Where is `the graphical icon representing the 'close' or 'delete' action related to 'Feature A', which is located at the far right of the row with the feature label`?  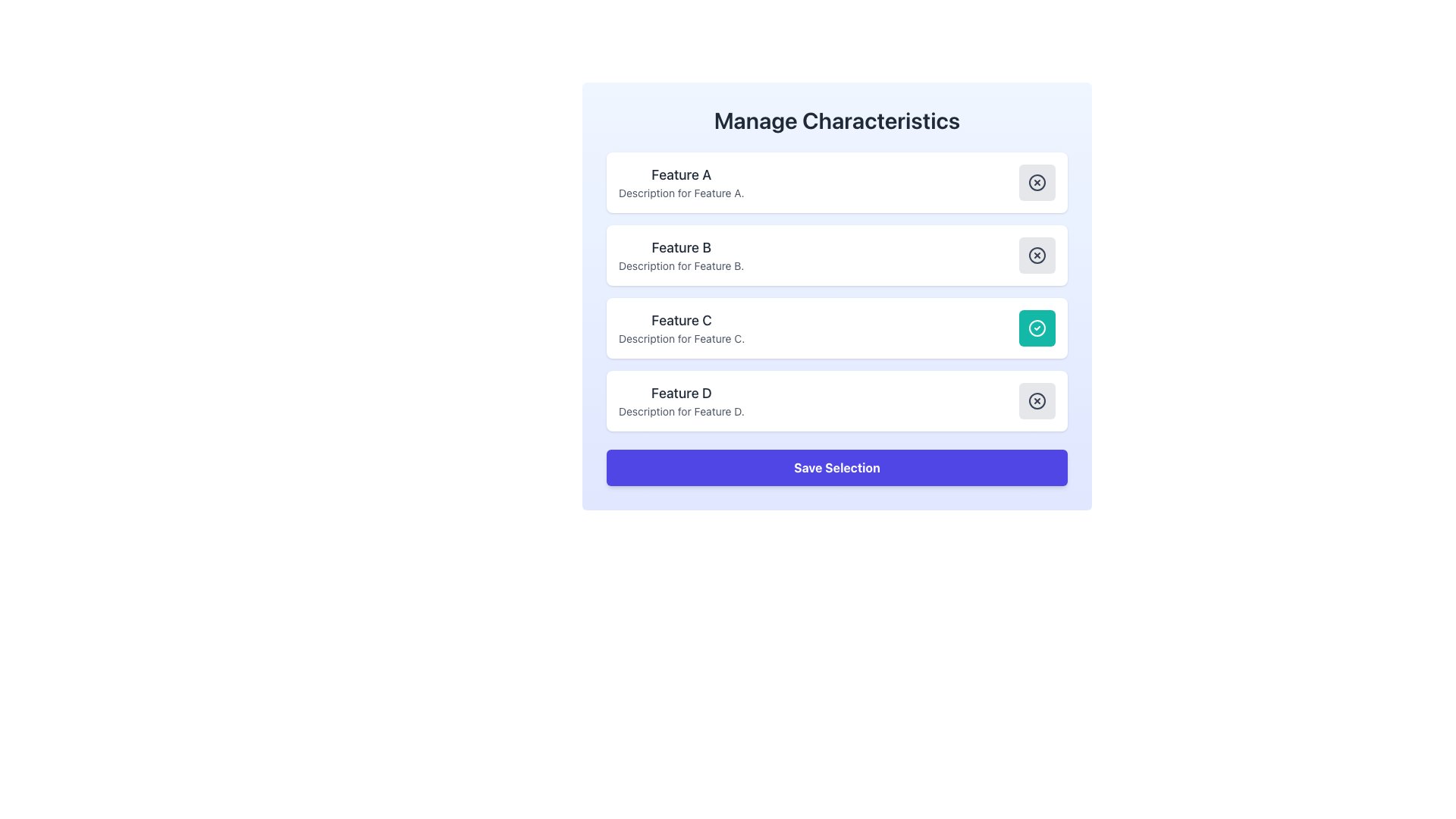 the graphical icon representing the 'close' or 'delete' action related to 'Feature A', which is located at the far right of the row with the feature label is located at coordinates (1037, 181).